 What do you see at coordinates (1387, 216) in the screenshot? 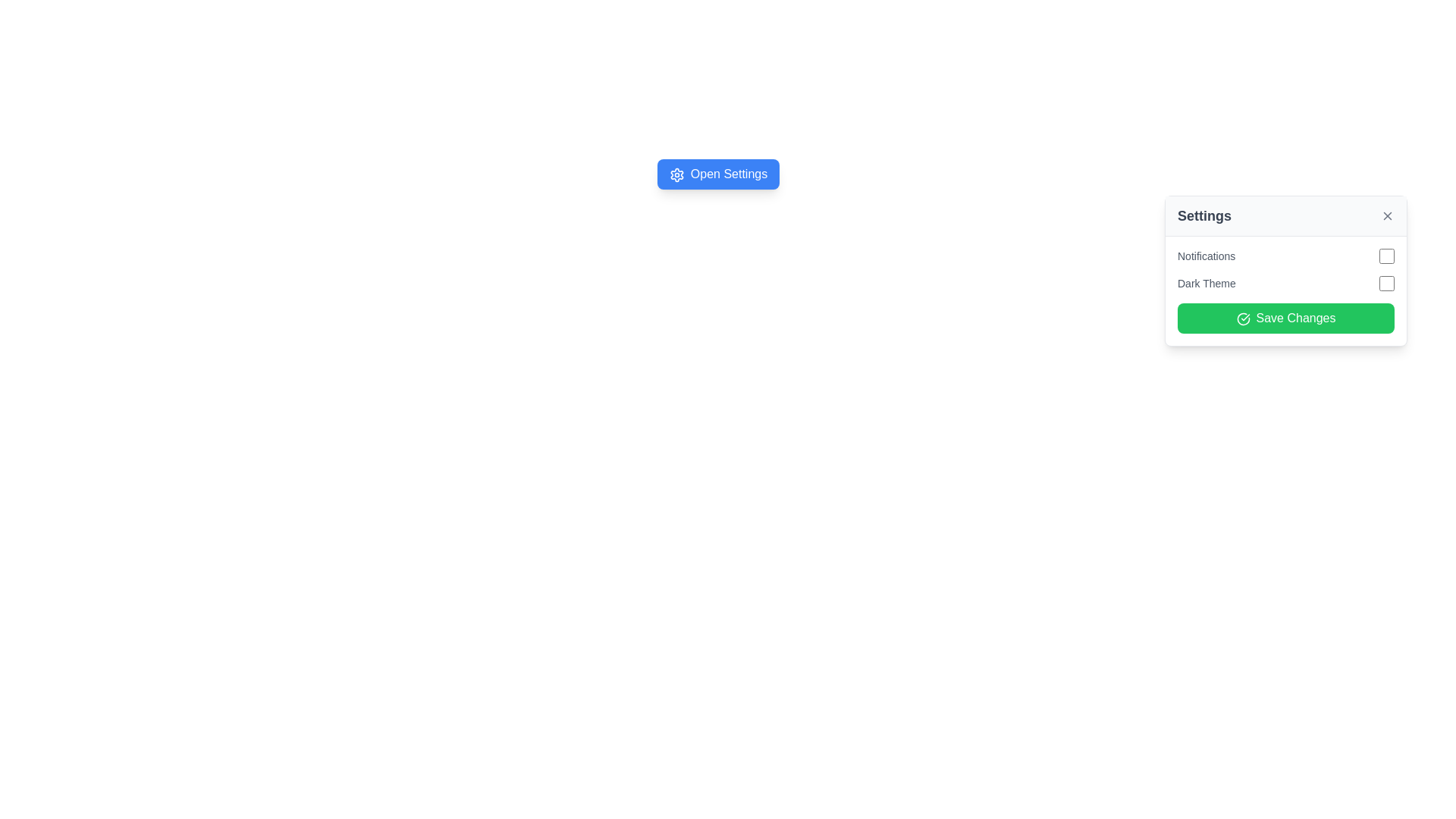
I see `the close icon located in the top-right corner of the settings panel, next to the 'Settings' text` at bounding box center [1387, 216].